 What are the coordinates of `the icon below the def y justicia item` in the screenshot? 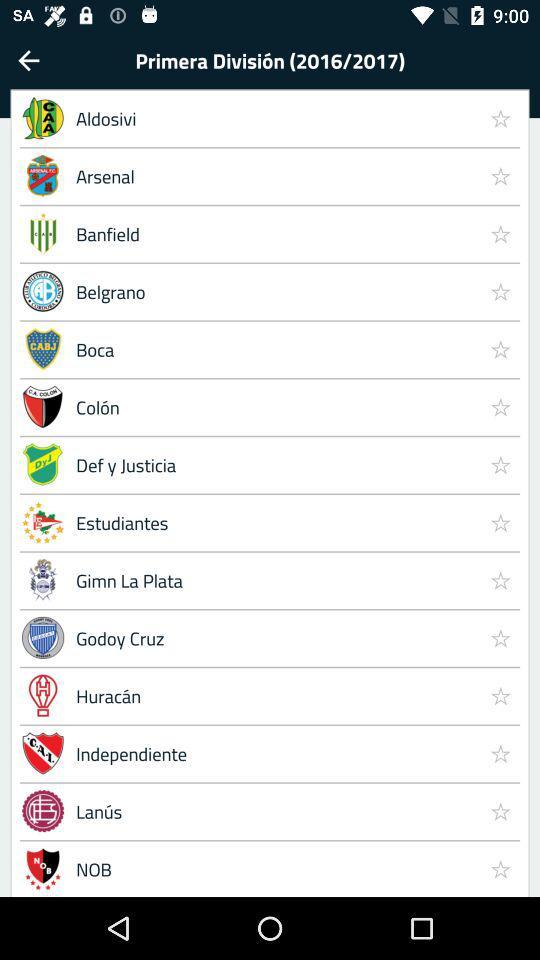 It's located at (499, 521).